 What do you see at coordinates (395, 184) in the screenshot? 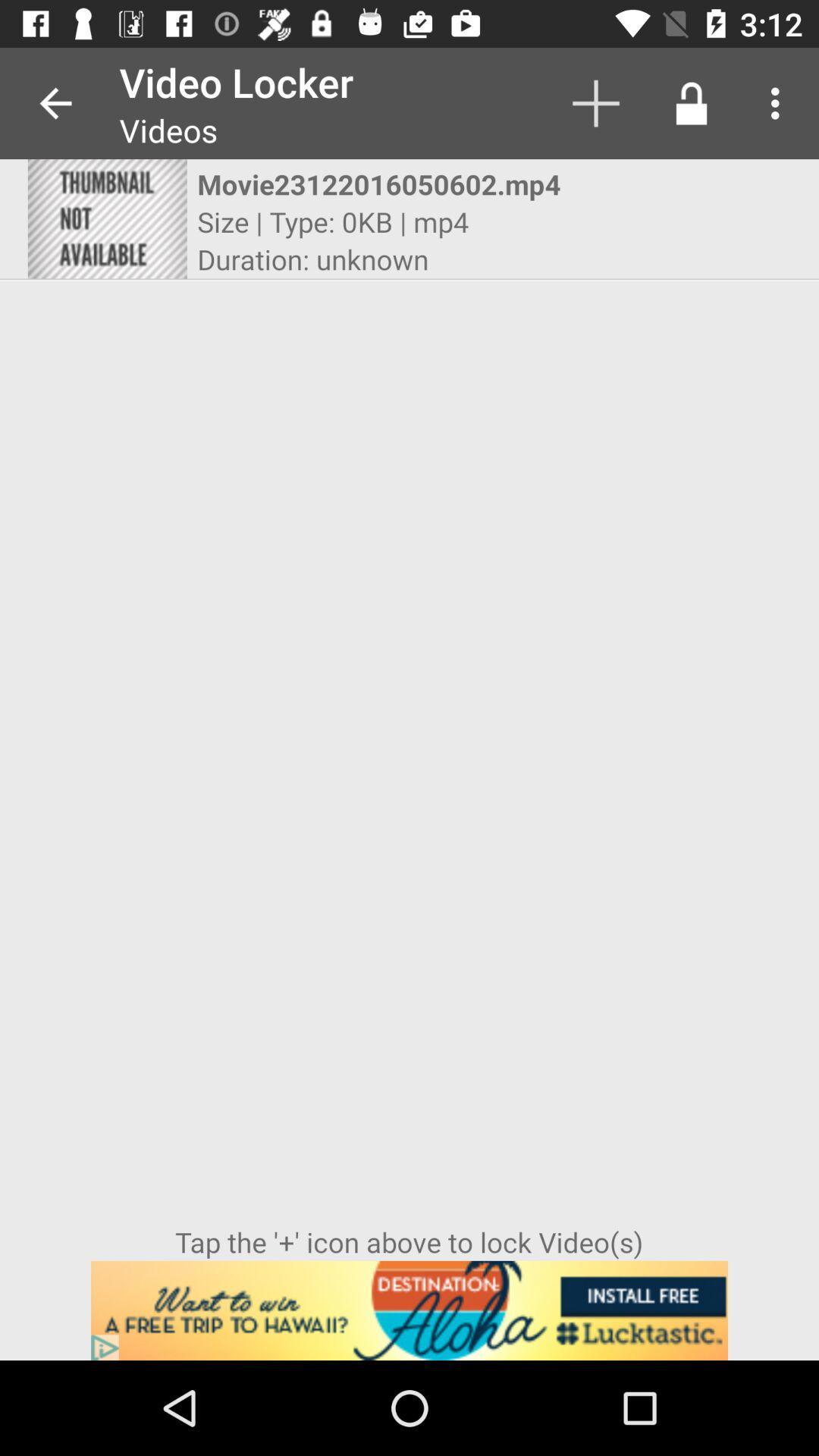
I see `the icon above the size type 0kb` at bounding box center [395, 184].